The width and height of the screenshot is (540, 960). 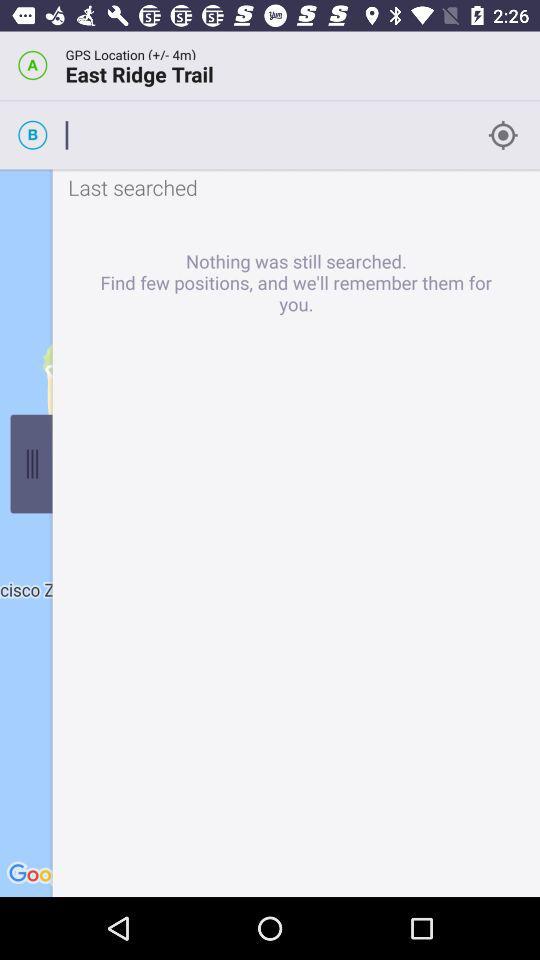 I want to click on text field, so click(x=268, y=134).